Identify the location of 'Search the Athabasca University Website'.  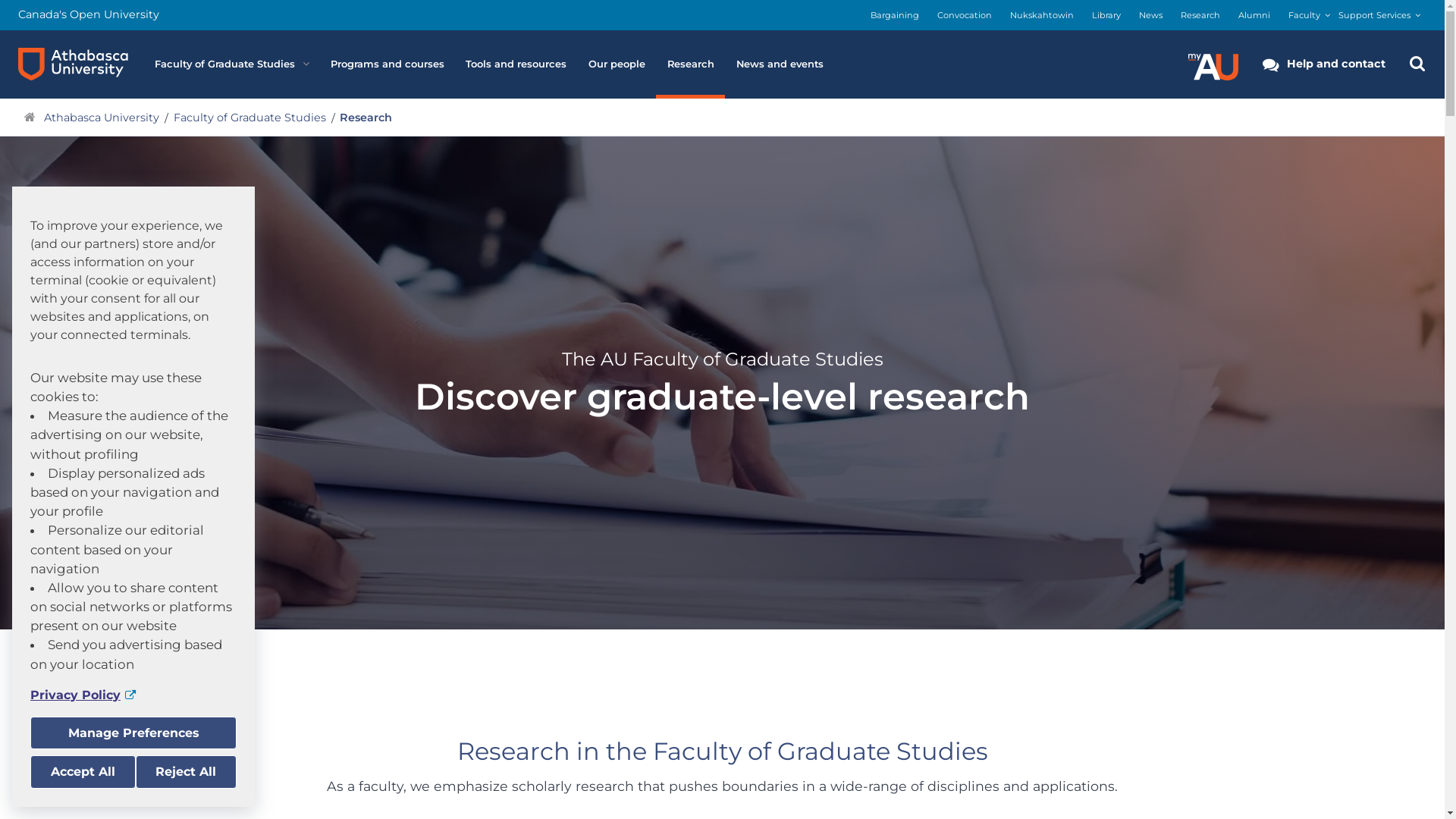
(1416, 63).